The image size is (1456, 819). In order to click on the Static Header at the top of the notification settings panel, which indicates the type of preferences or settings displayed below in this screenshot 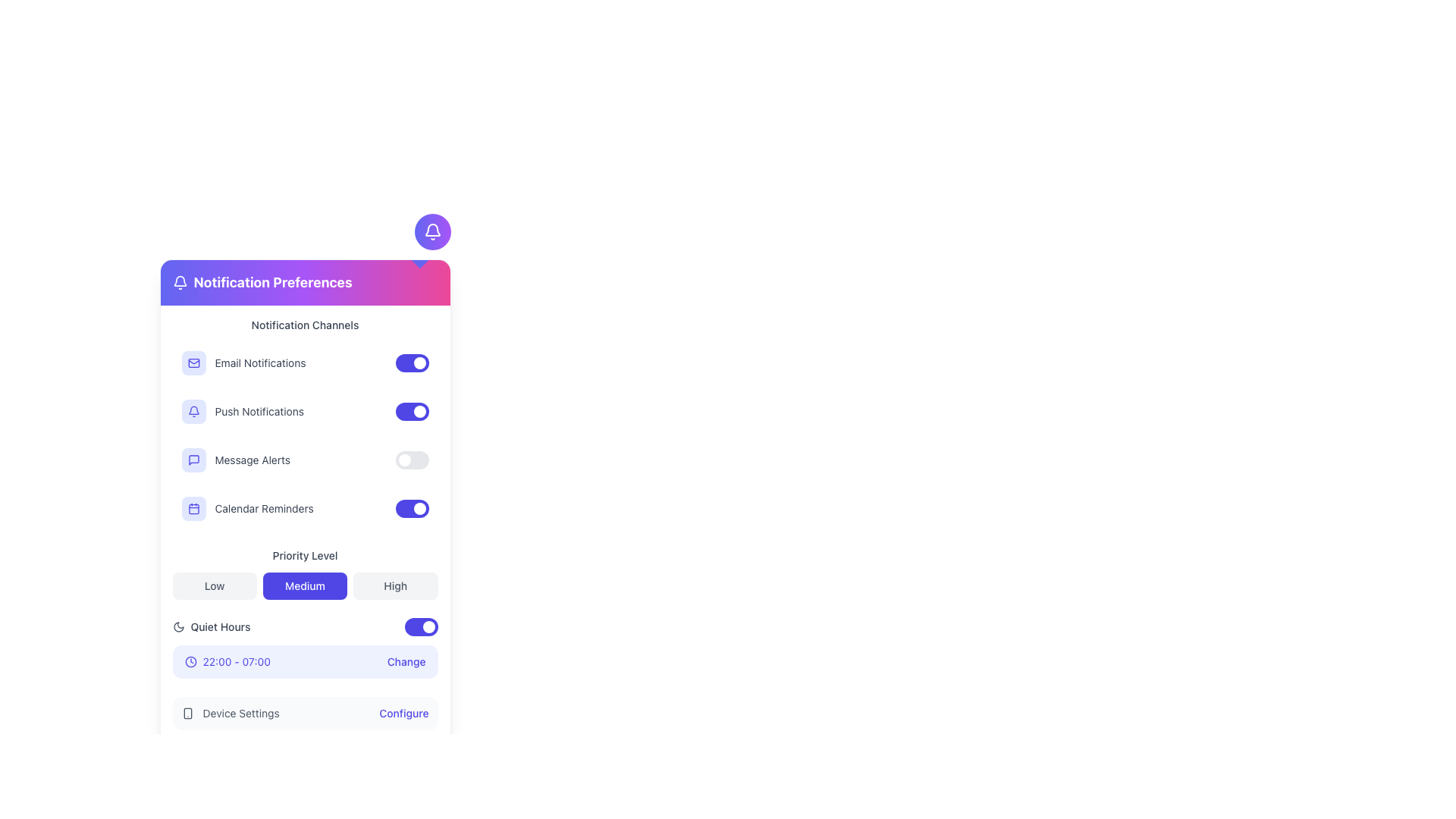, I will do `click(304, 283)`.